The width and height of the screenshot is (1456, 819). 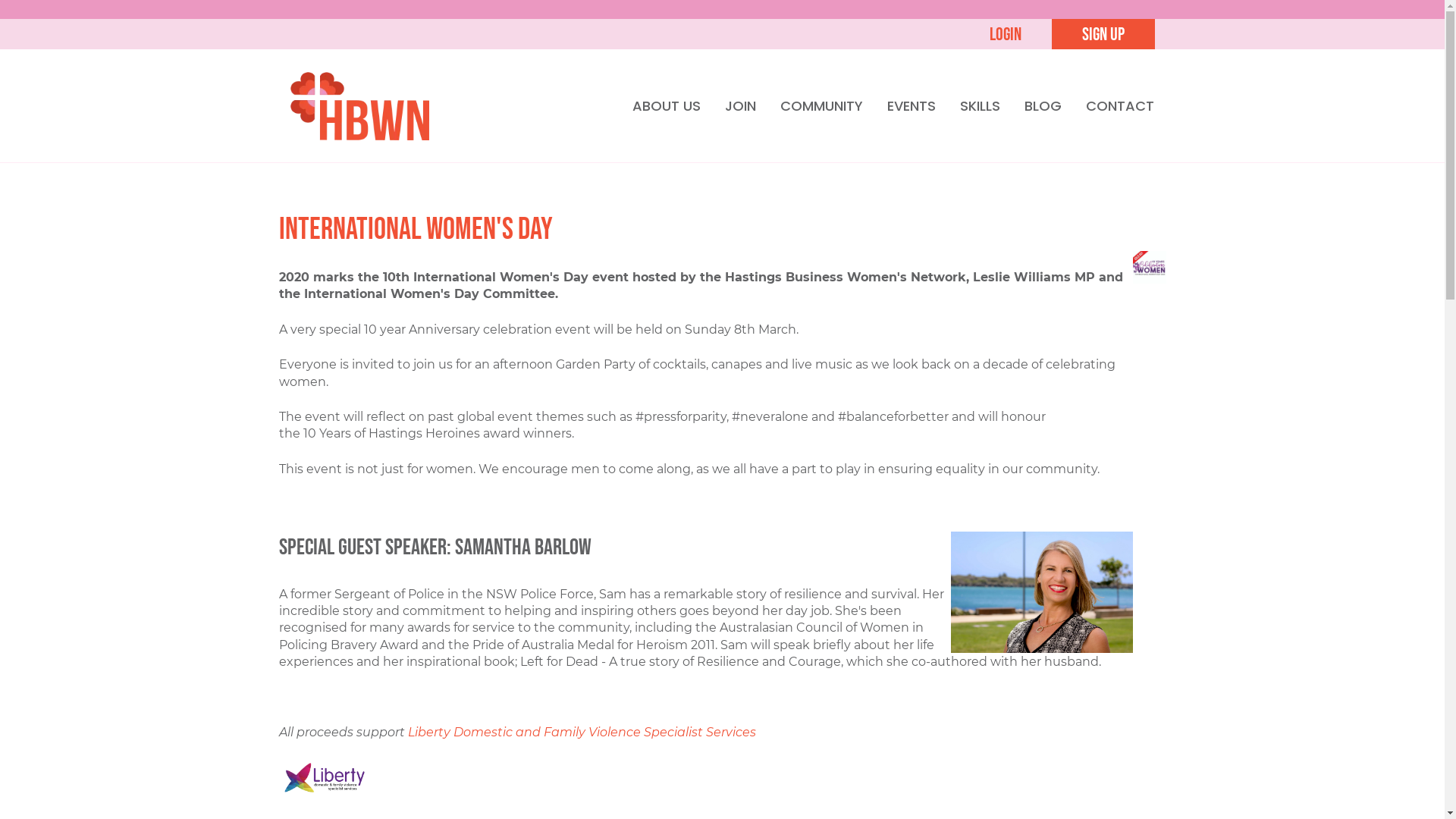 What do you see at coordinates (1119, 105) in the screenshot?
I see `'CONTACT'` at bounding box center [1119, 105].